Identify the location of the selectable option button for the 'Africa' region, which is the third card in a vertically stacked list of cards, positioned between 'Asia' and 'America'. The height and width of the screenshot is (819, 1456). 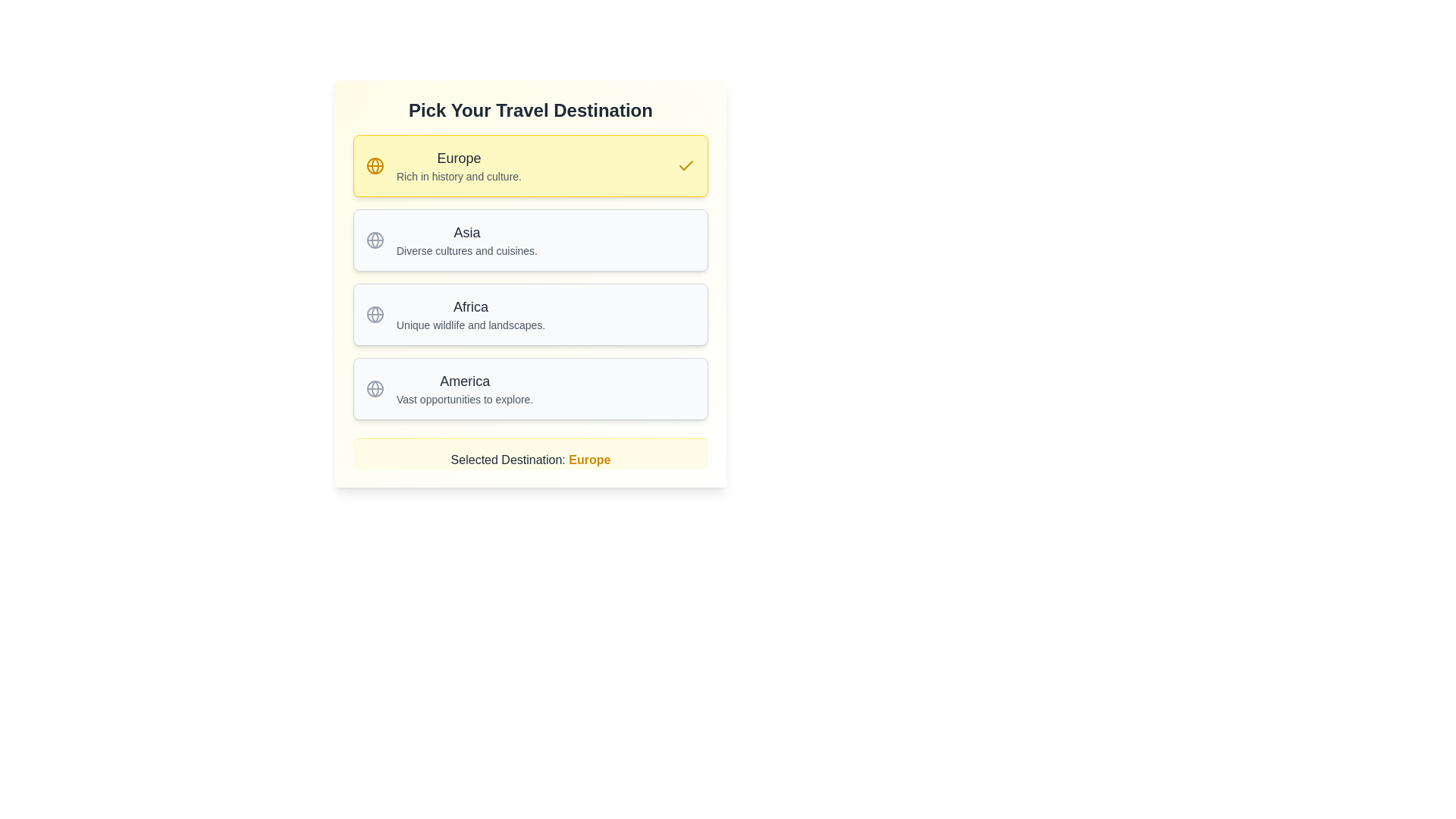
(531, 314).